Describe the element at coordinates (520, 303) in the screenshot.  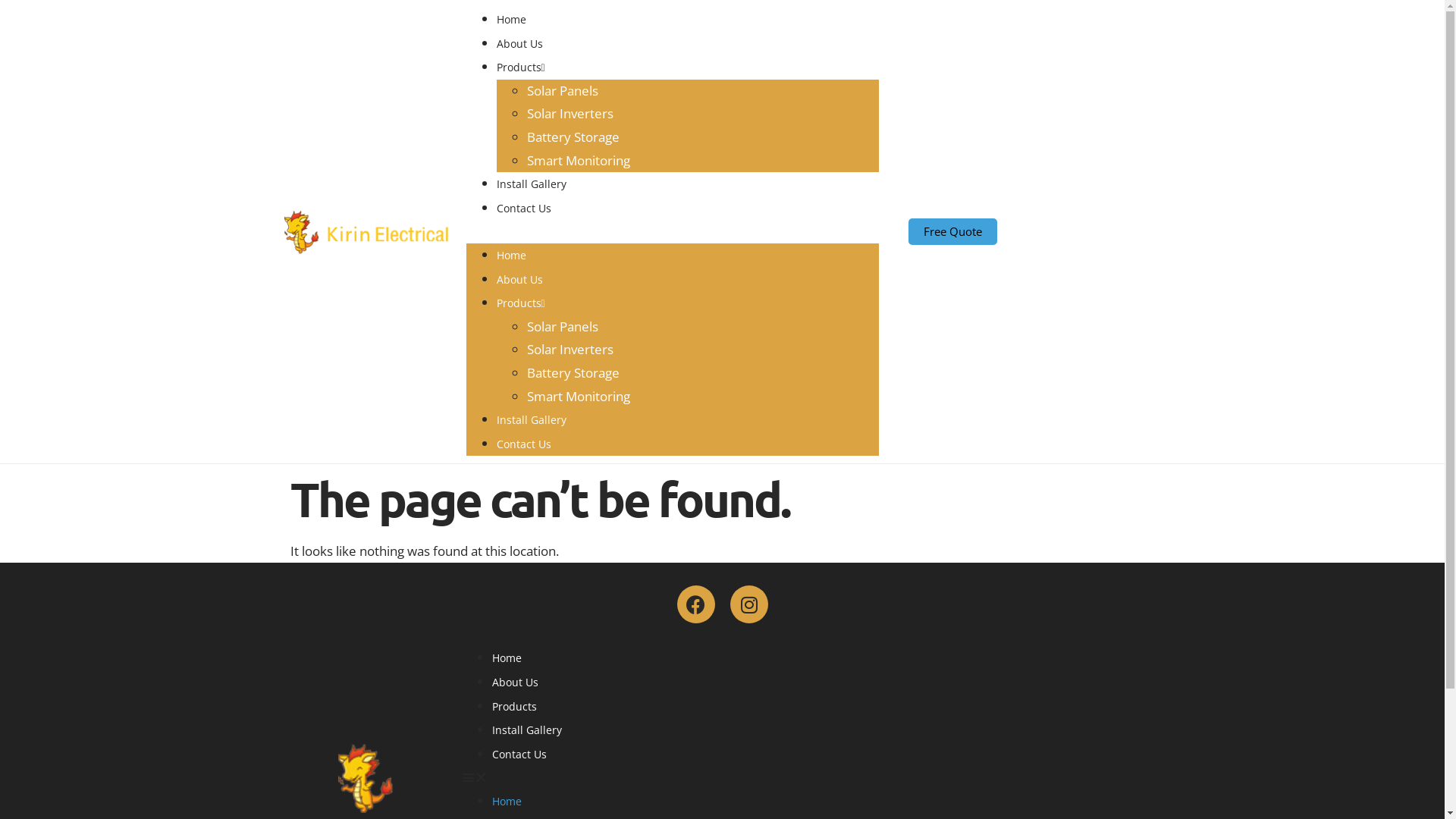
I see `'Products'` at that location.